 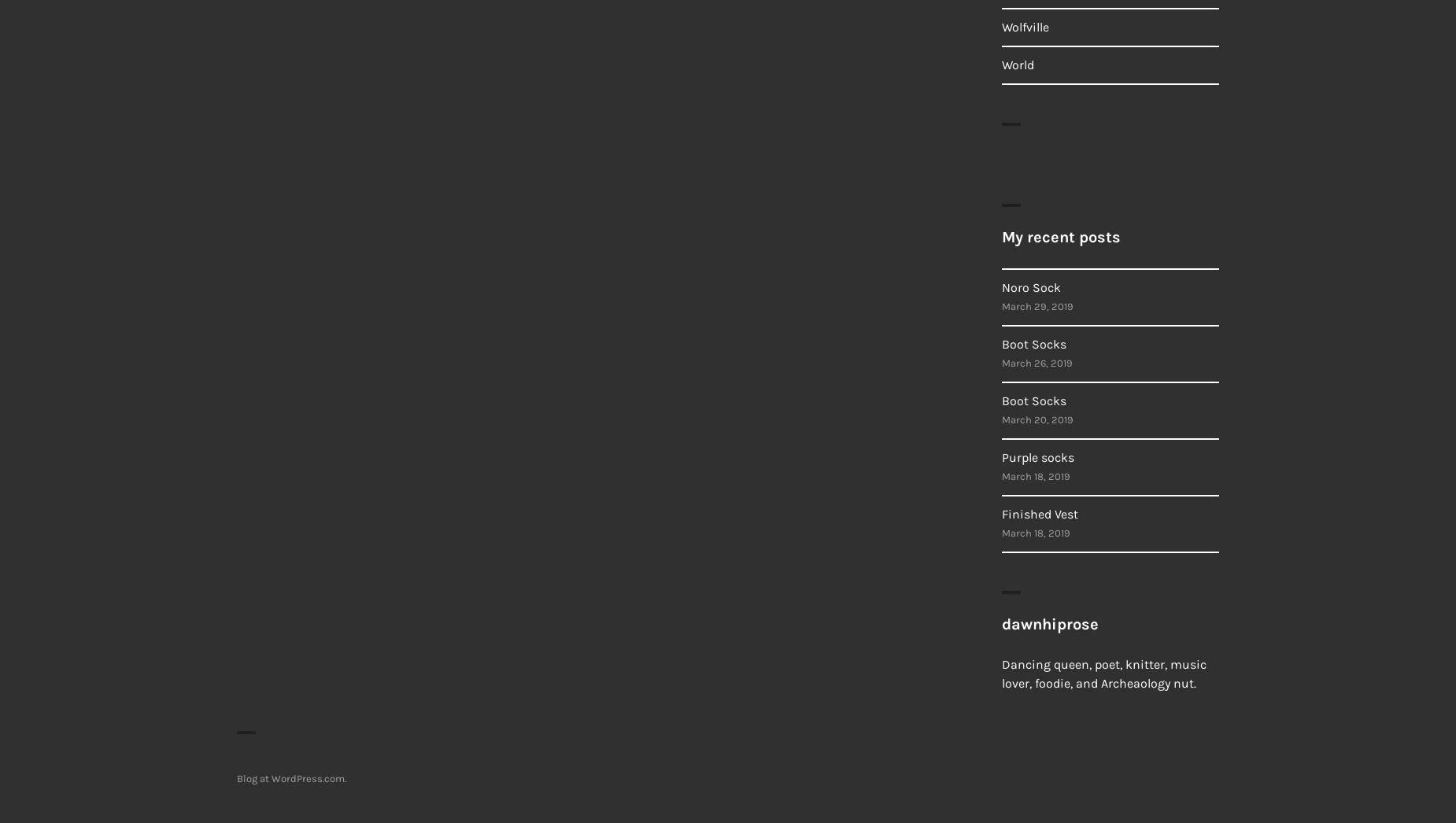 I want to click on 'March 29, 2019', so click(x=1037, y=306).